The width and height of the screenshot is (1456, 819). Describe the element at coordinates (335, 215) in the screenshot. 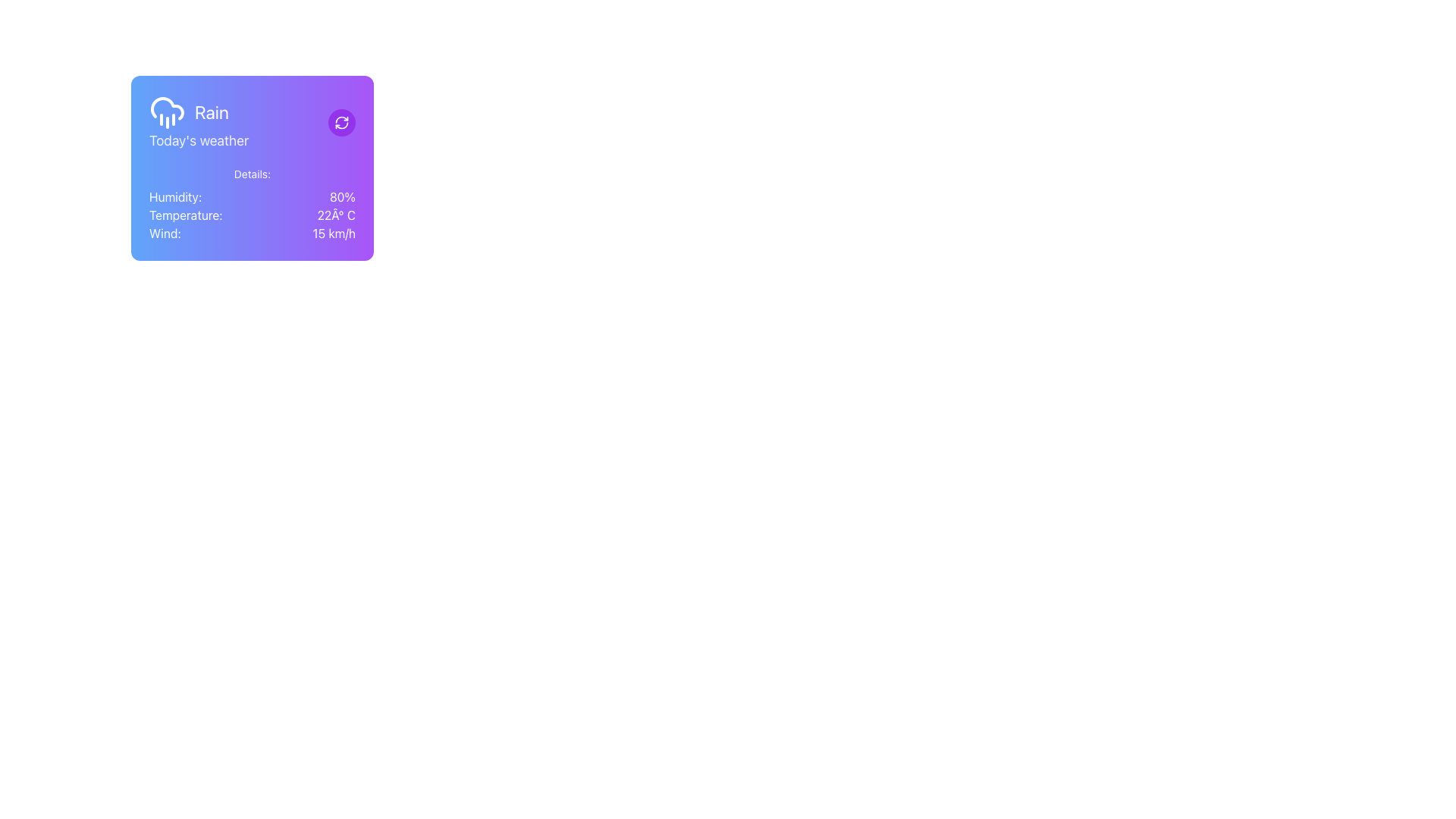

I see `the text label displaying '22° C' in white font on a gradient purple background` at that location.